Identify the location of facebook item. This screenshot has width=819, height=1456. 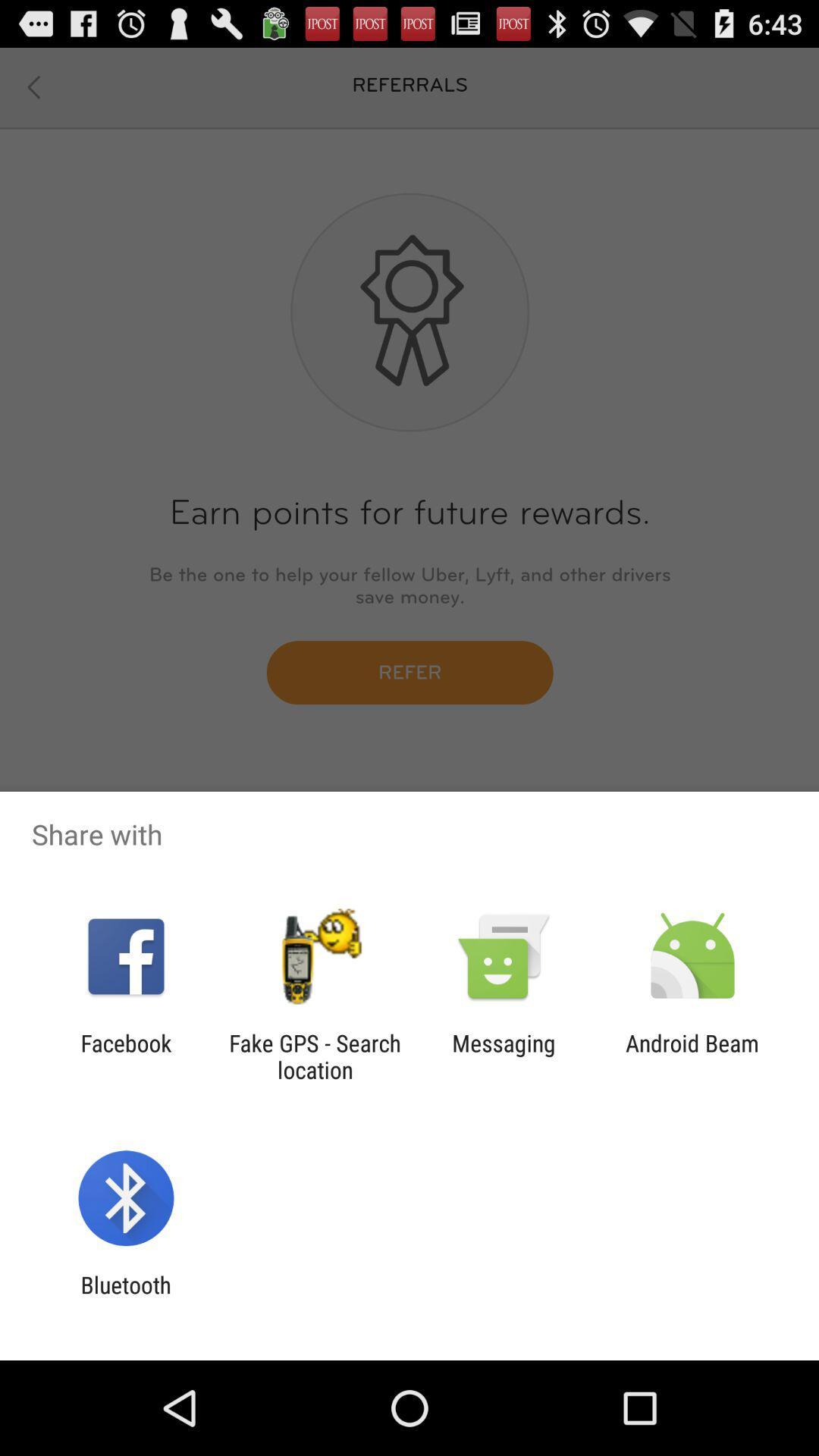
(125, 1056).